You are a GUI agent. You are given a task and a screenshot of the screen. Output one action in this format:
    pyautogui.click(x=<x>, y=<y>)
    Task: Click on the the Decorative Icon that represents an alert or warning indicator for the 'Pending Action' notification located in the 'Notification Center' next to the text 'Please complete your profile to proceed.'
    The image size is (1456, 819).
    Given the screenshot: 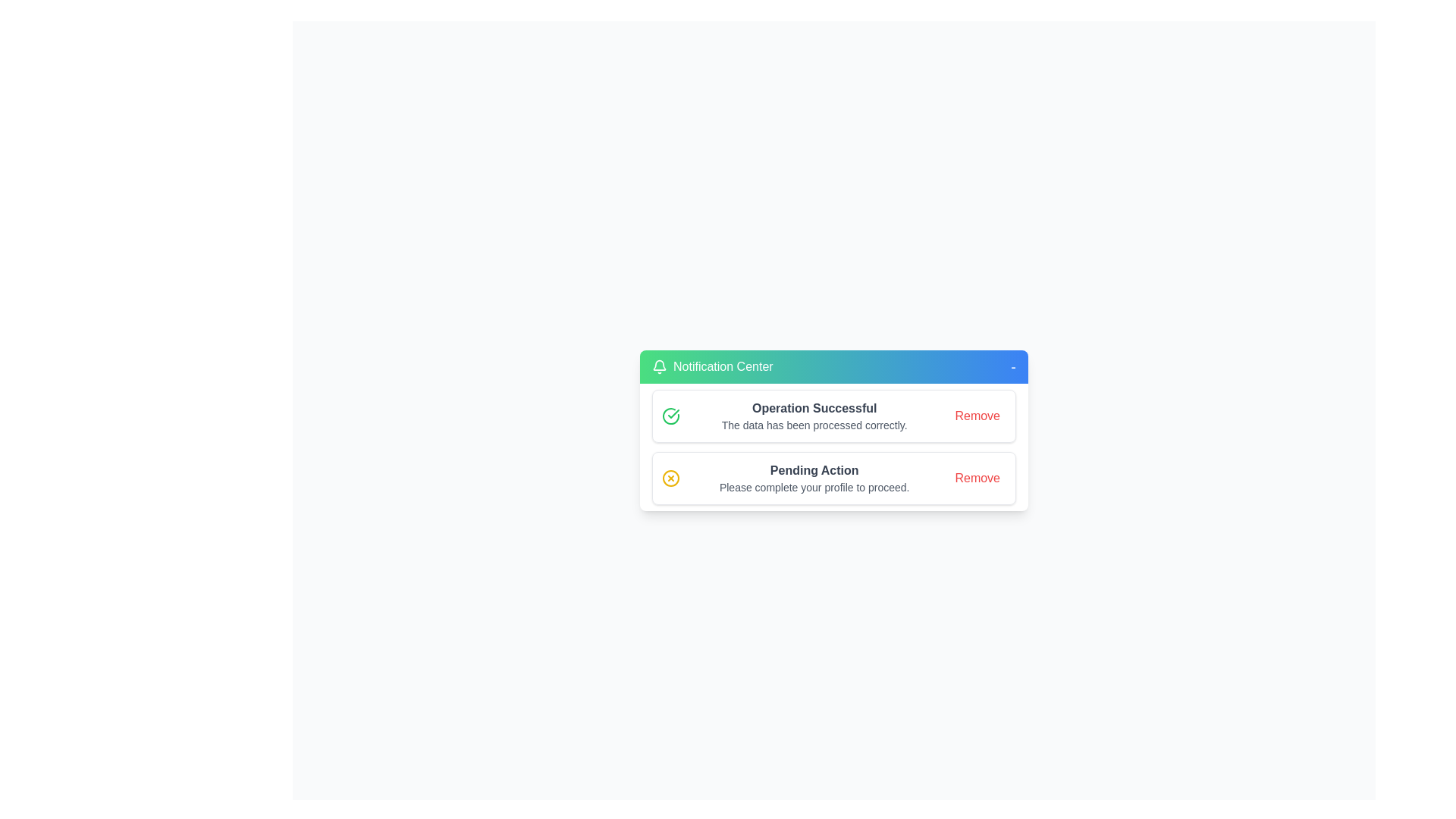 What is the action you would take?
    pyautogui.click(x=670, y=479)
    